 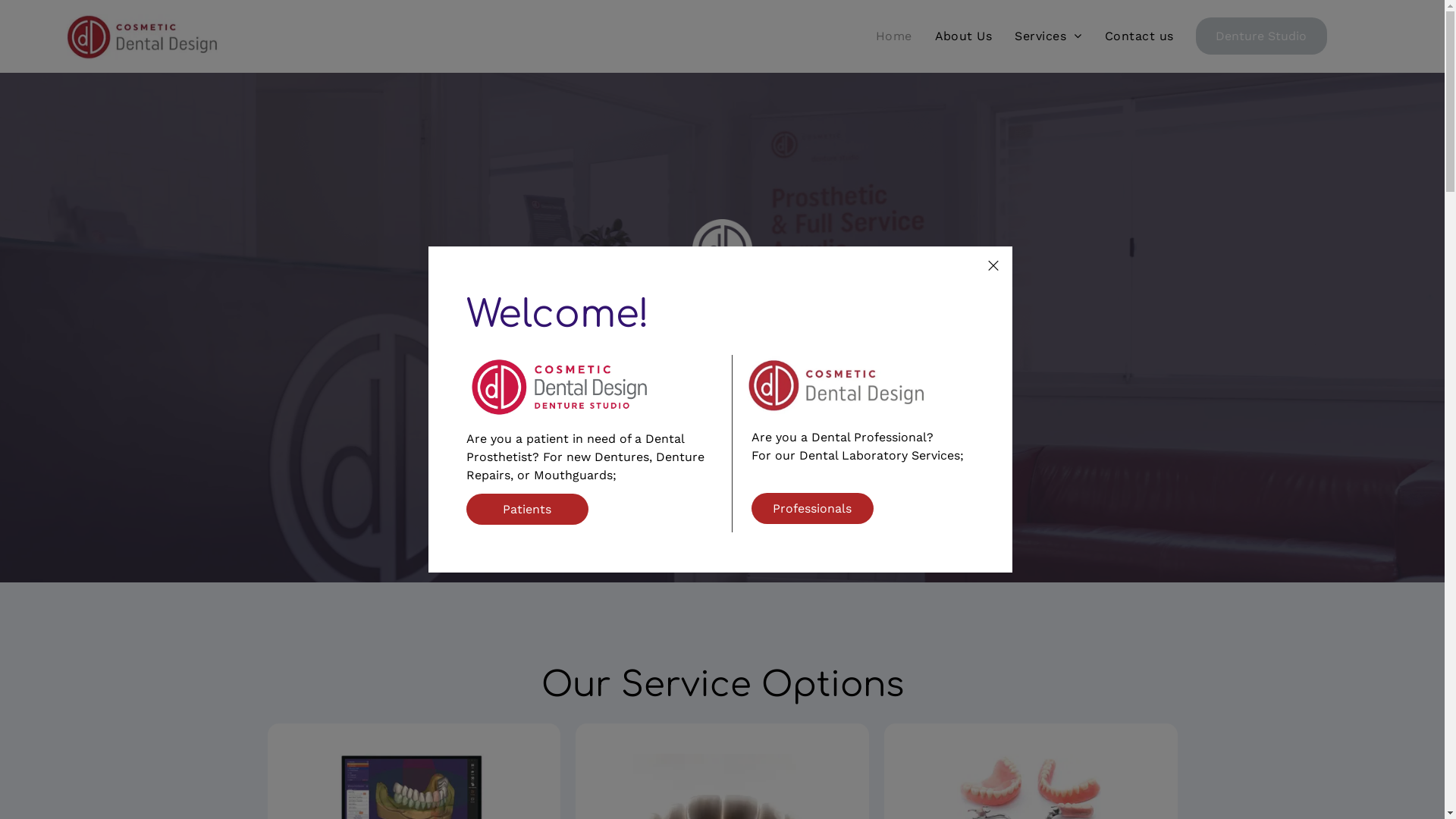 What do you see at coordinates (894, 35) in the screenshot?
I see `'Home'` at bounding box center [894, 35].